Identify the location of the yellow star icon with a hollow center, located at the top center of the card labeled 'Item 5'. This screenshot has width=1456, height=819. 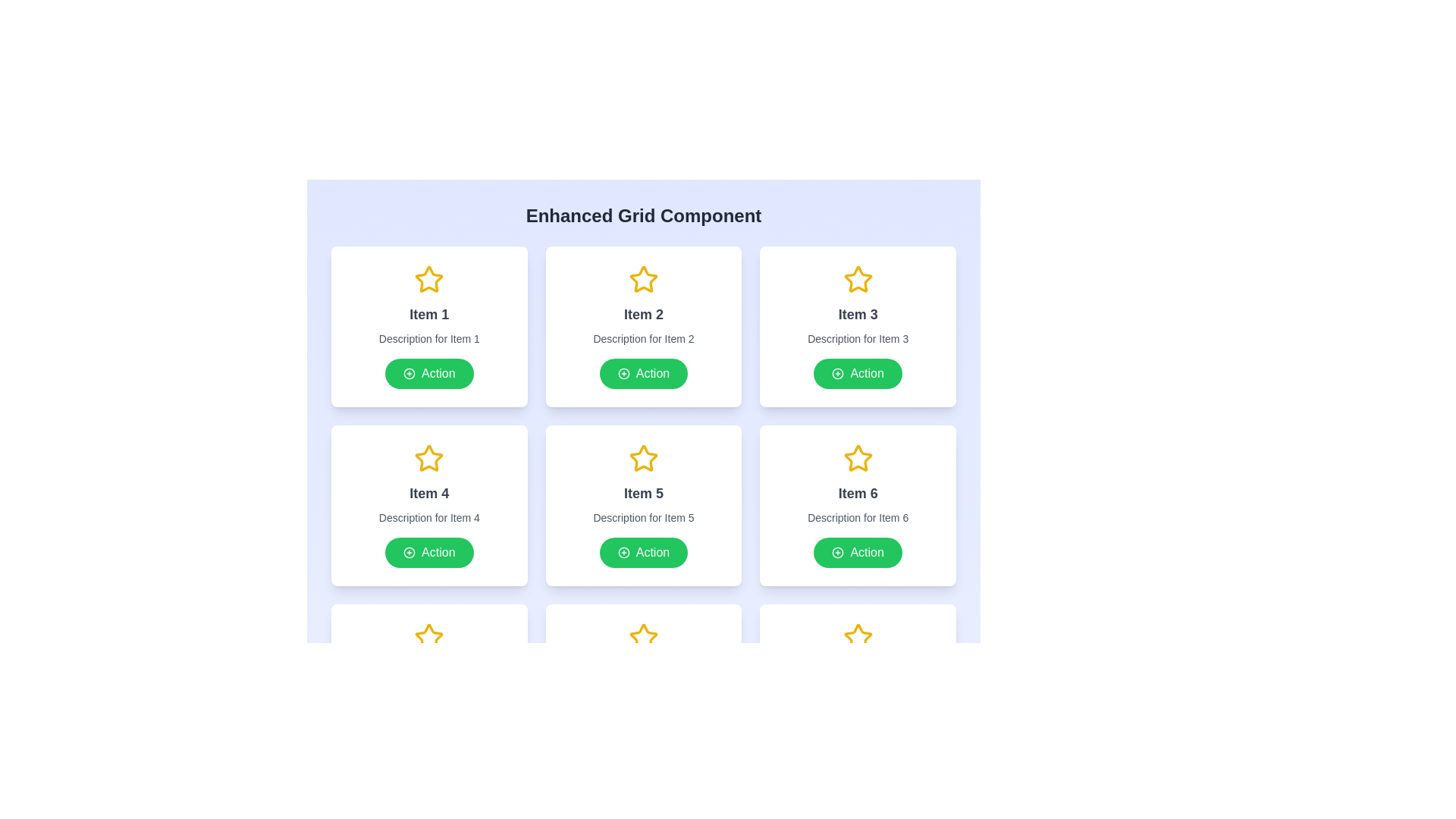
(644, 458).